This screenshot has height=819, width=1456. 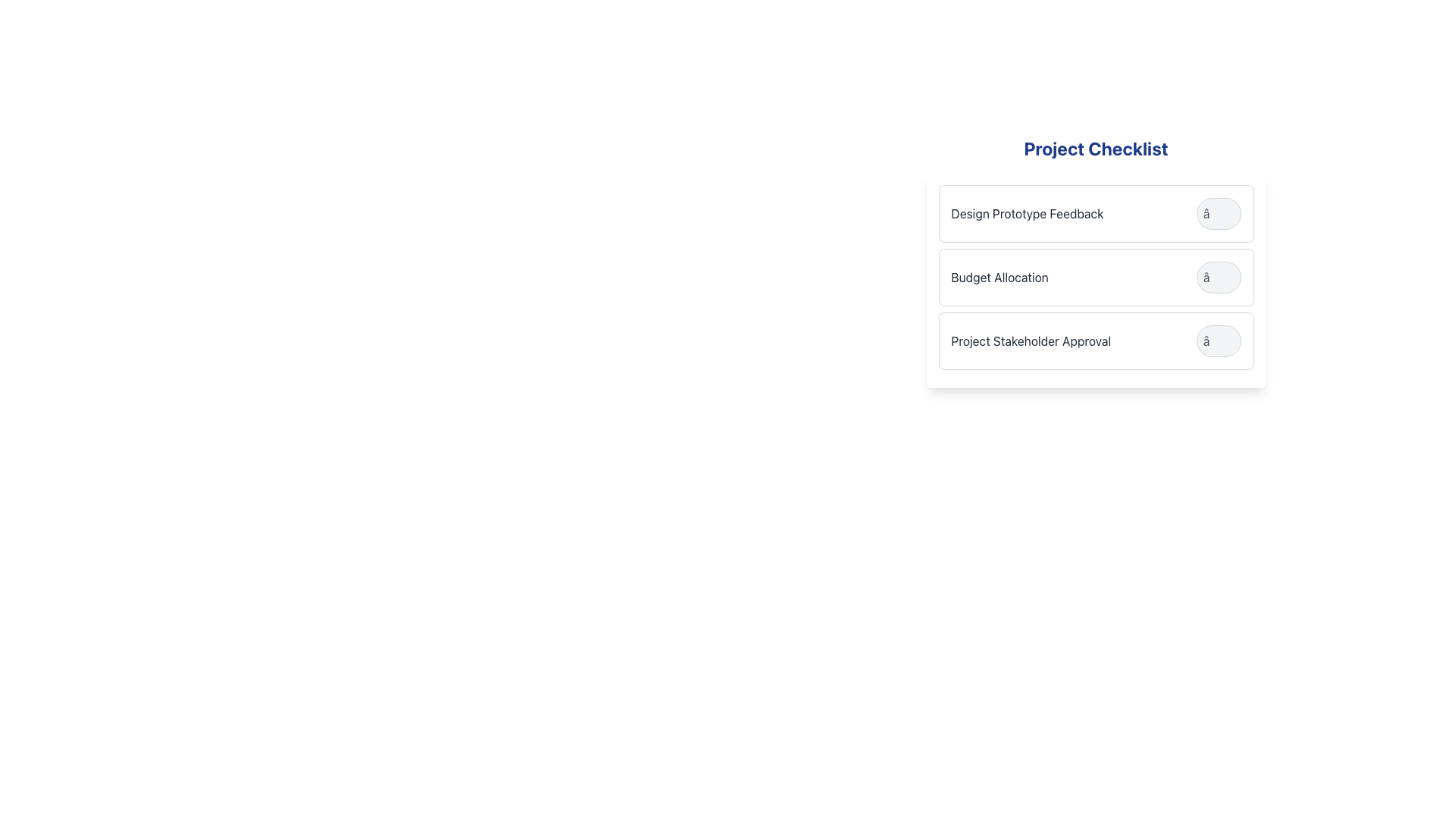 What do you see at coordinates (1096, 281) in the screenshot?
I see `the second row of the interactive checklist titled 'Project Checklist'` at bounding box center [1096, 281].